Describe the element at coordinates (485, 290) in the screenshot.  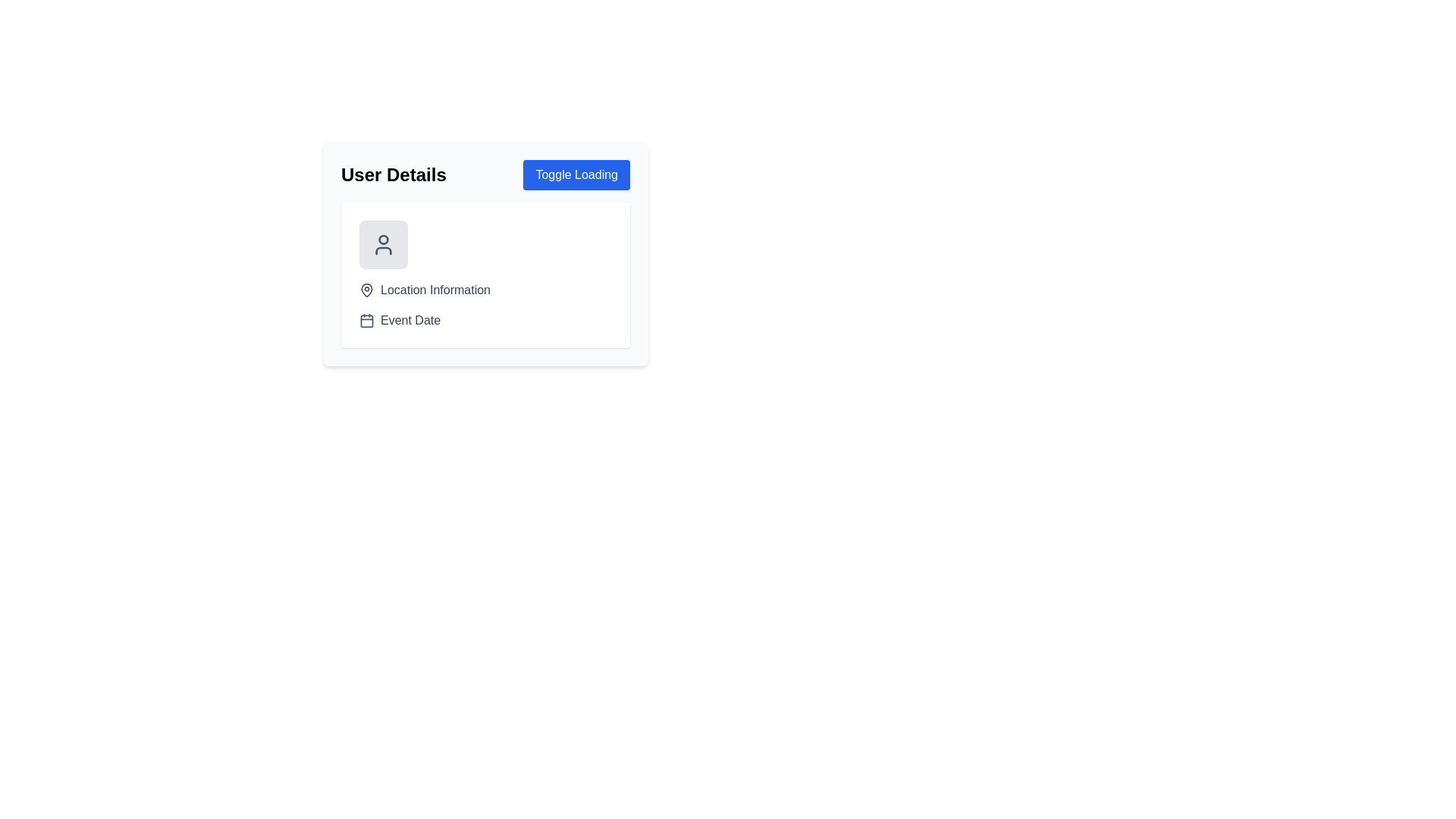
I see `the 'Location Information' label with the map pin icon, which is styled in medium gray and located below the 'User Details' header` at that location.